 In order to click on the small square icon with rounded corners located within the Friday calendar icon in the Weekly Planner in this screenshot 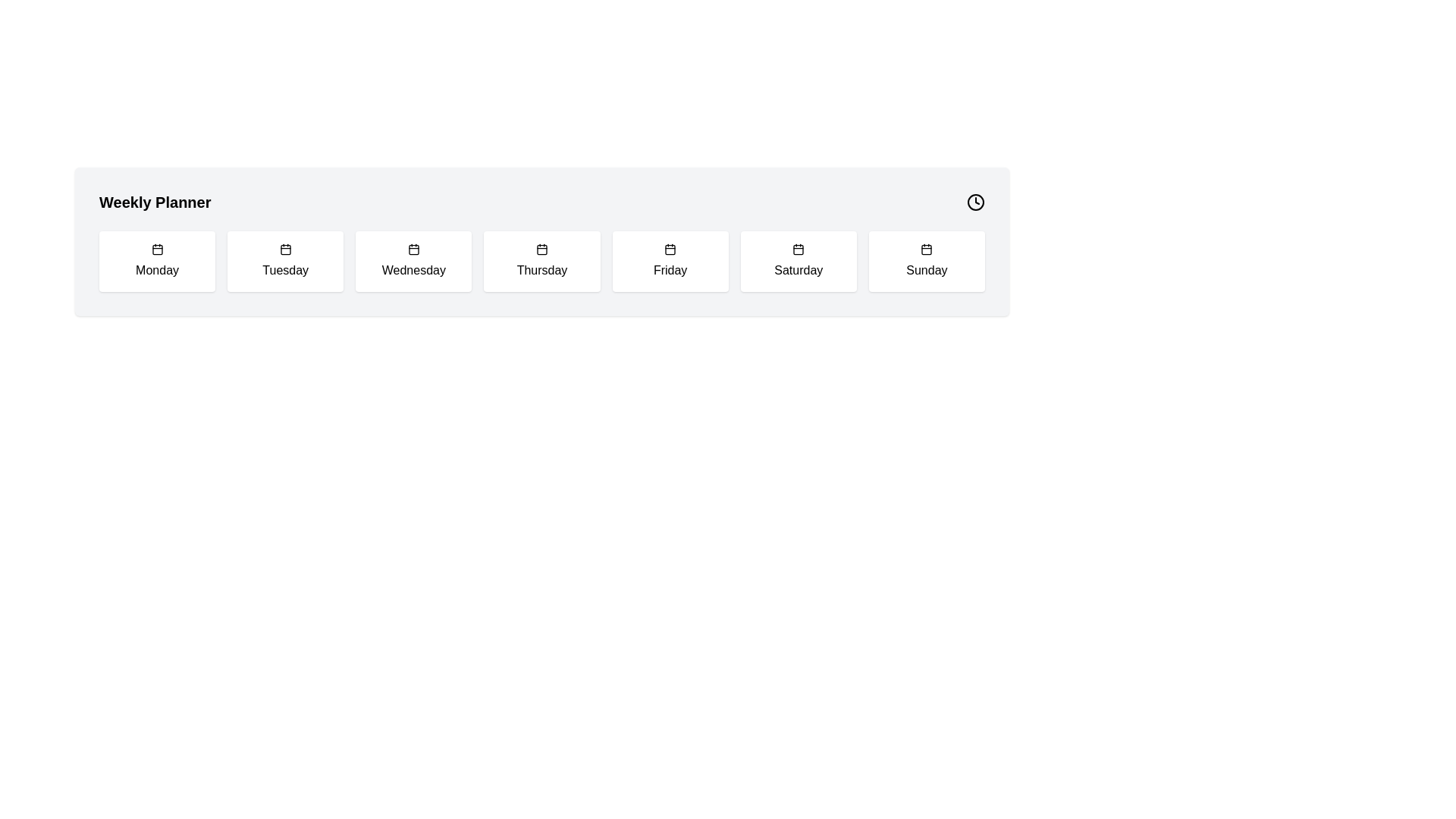, I will do `click(670, 249)`.